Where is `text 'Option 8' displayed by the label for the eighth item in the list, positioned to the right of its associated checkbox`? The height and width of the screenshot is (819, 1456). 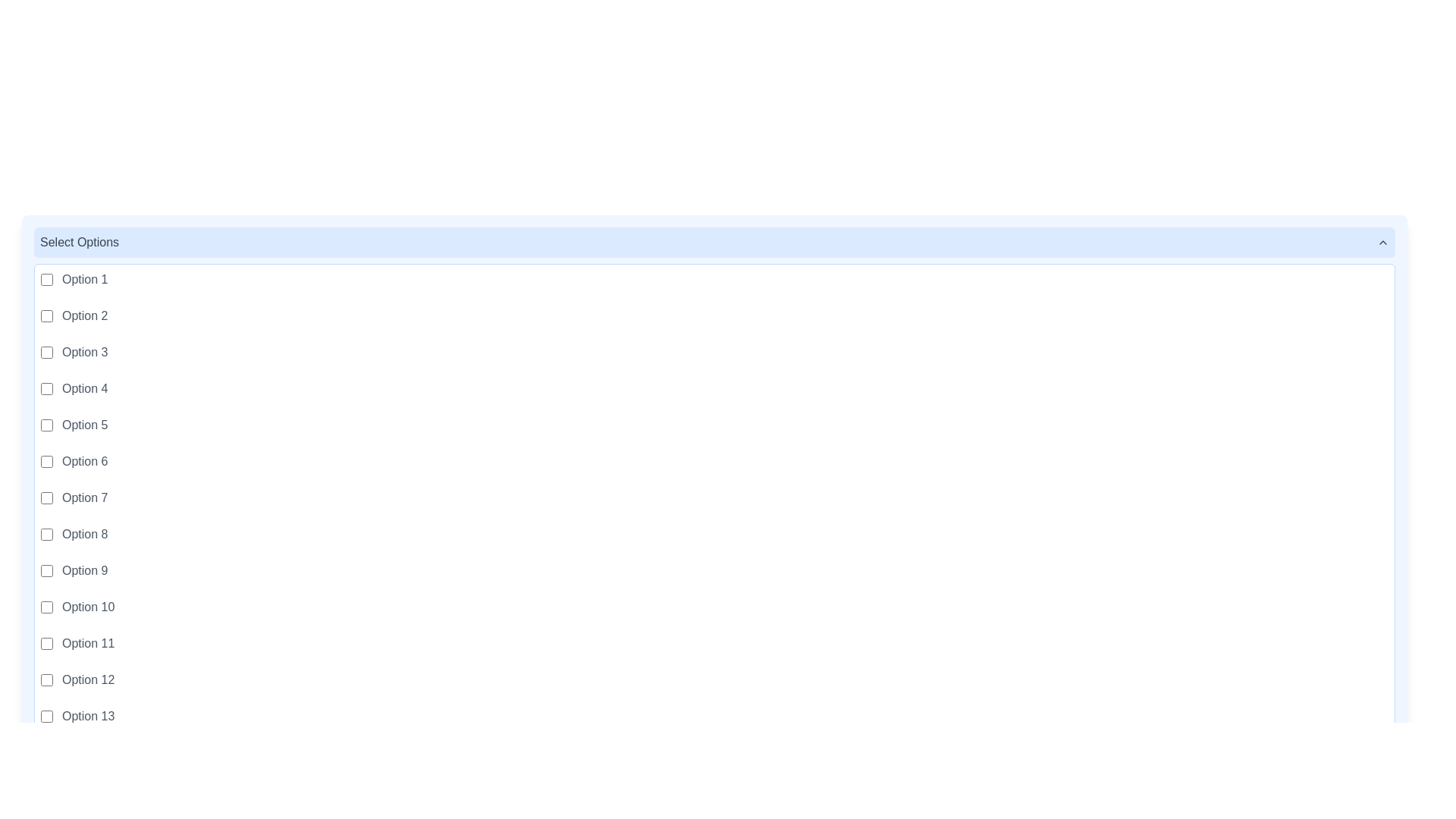
text 'Option 8' displayed by the label for the eighth item in the list, positioned to the right of its associated checkbox is located at coordinates (84, 534).